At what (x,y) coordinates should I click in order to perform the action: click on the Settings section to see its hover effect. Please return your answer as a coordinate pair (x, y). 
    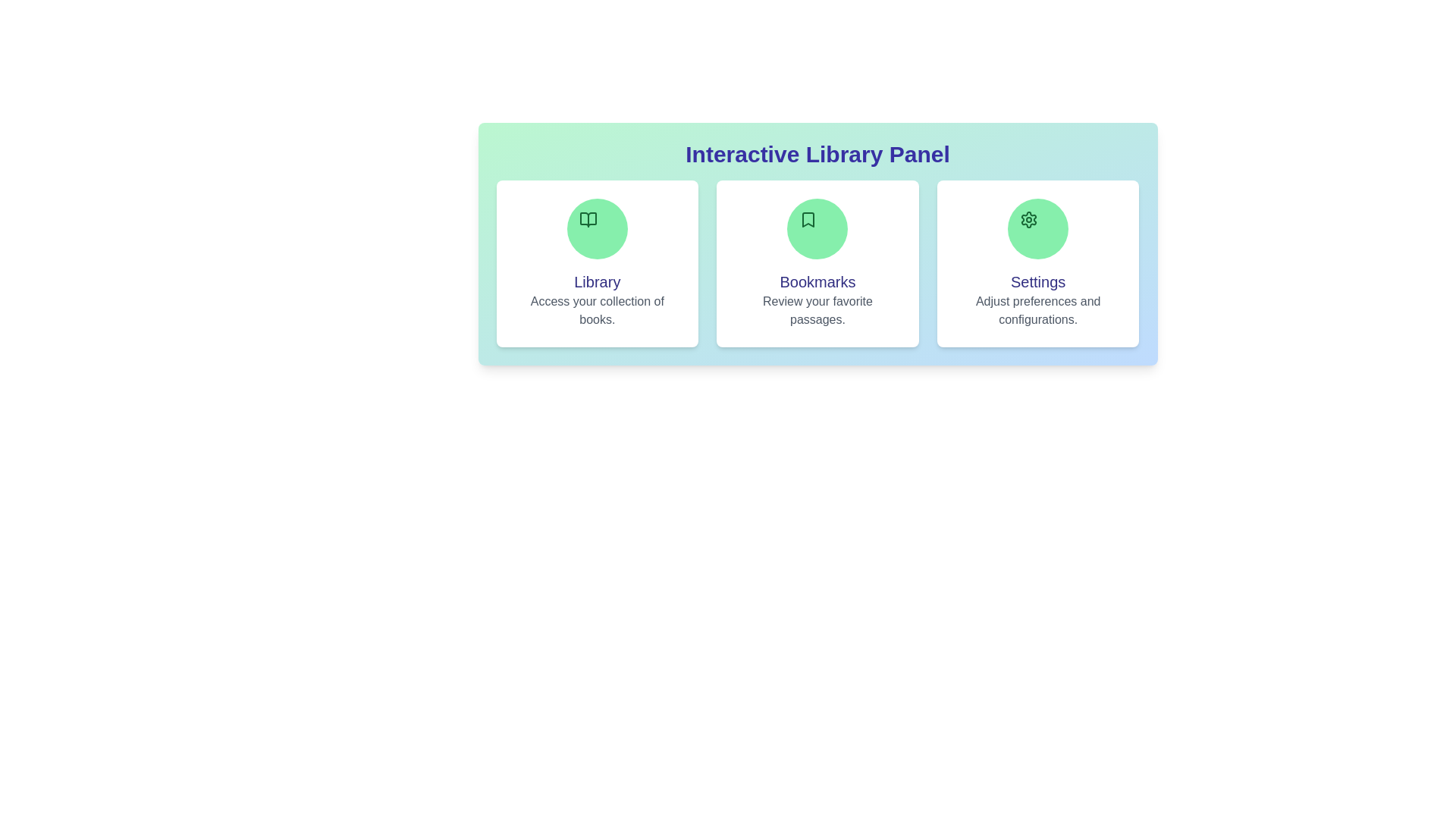
    Looking at the image, I should click on (1037, 262).